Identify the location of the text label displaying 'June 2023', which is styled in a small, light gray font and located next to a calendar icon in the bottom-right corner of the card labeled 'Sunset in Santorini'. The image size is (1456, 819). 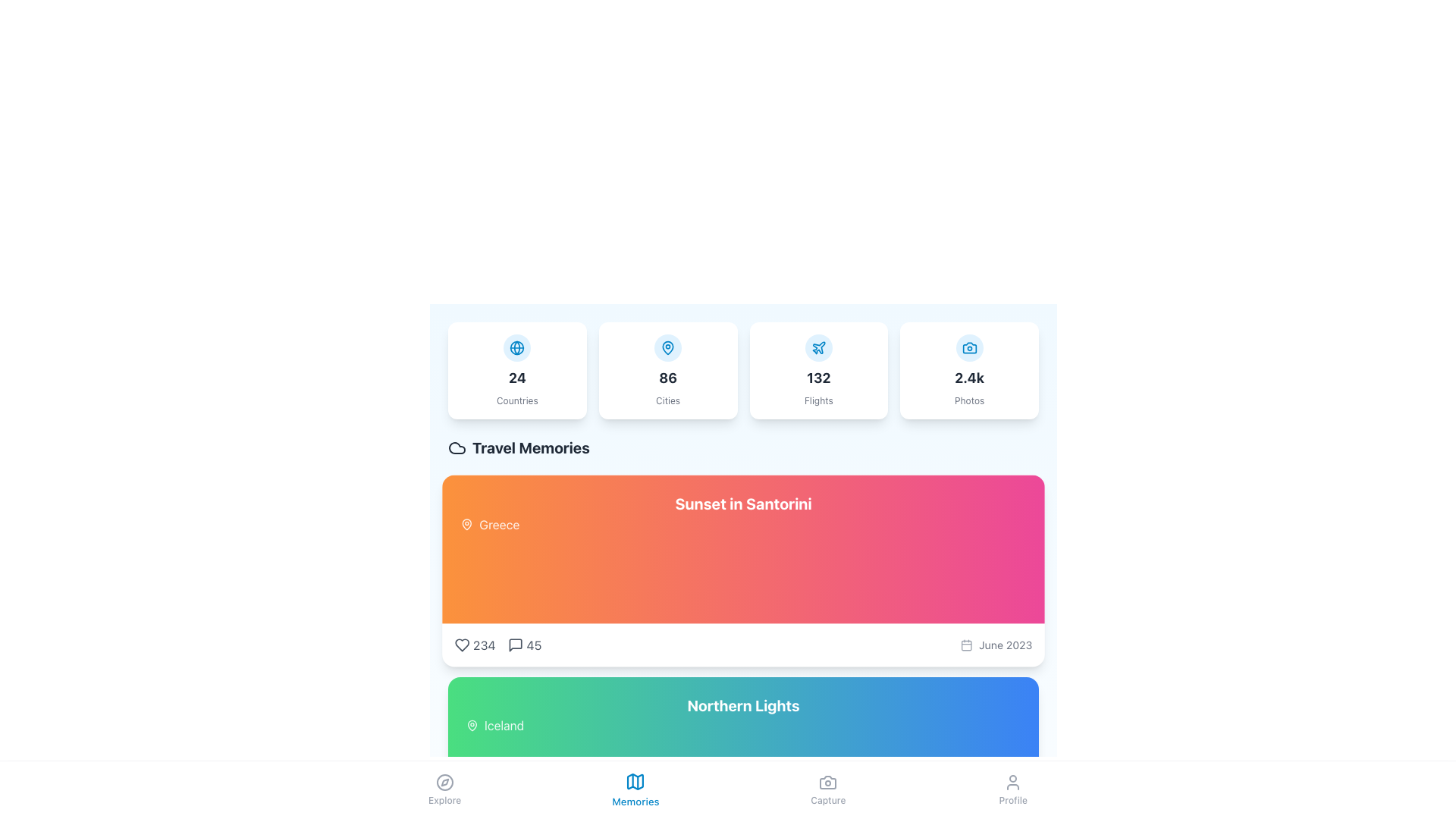
(1006, 645).